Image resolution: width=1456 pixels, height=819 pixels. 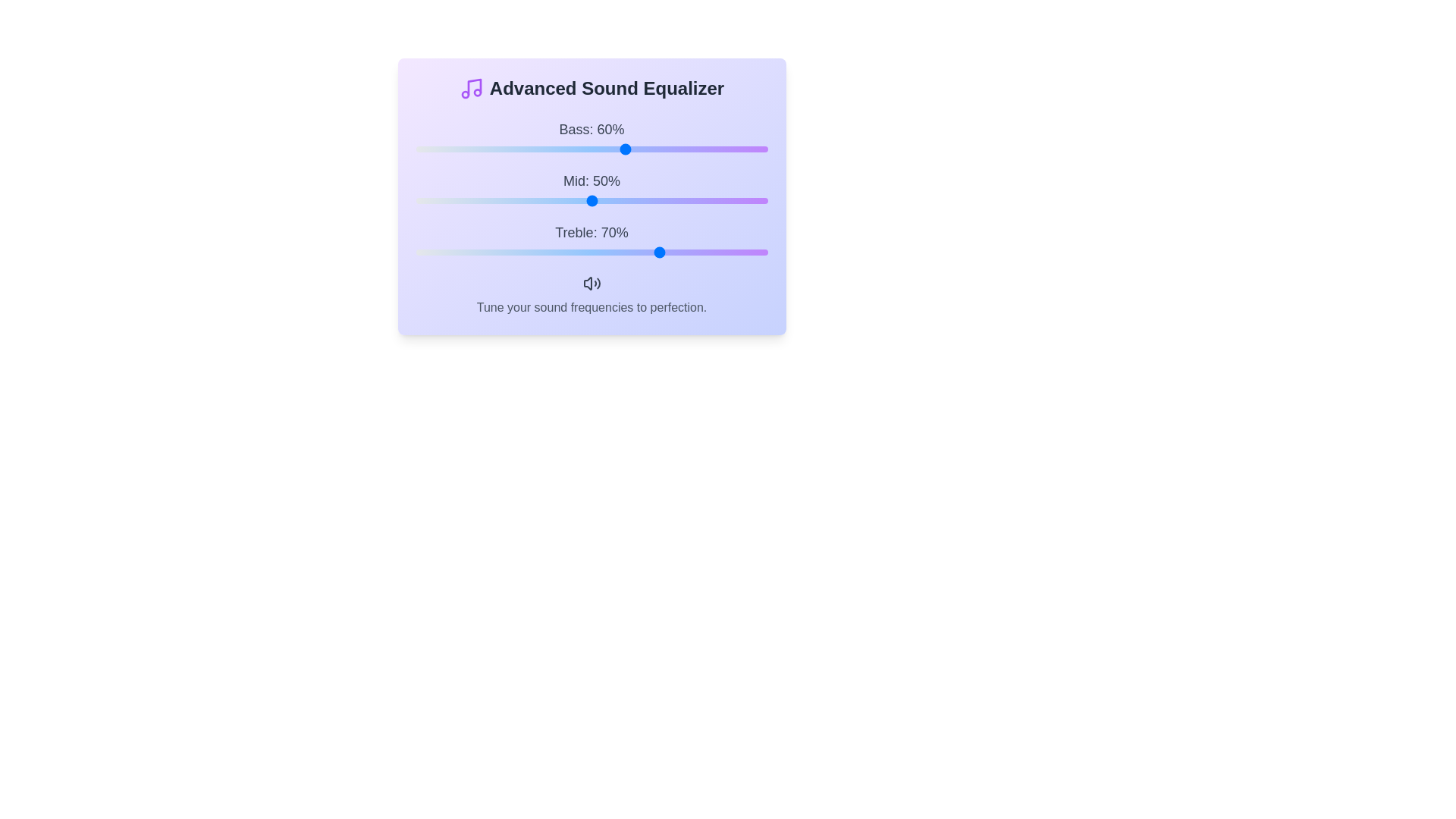 What do you see at coordinates (609, 200) in the screenshot?
I see `the mid frequency slider to 55%` at bounding box center [609, 200].